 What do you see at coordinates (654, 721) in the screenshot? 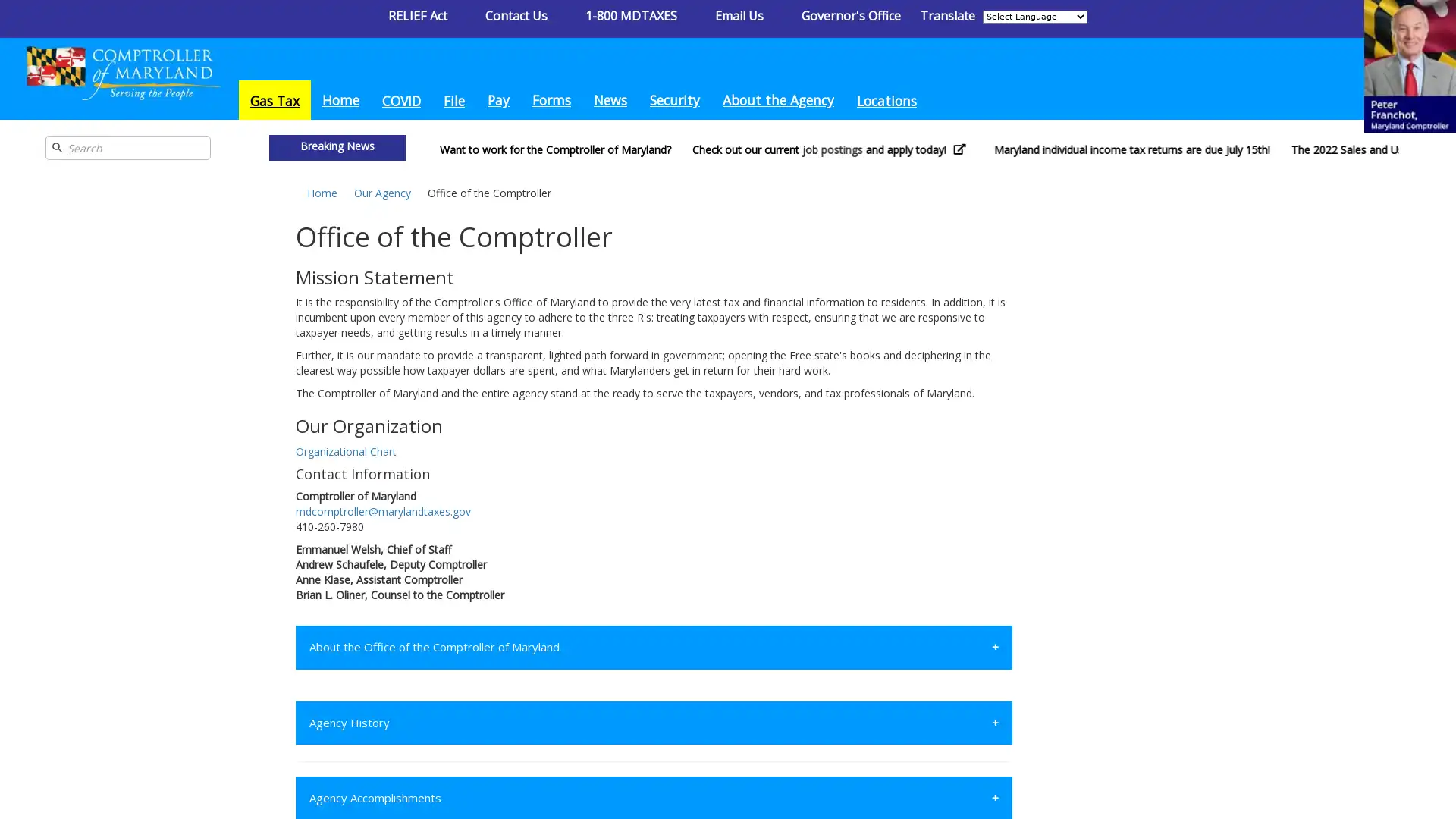
I see `Agency History +` at bounding box center [654, 721].